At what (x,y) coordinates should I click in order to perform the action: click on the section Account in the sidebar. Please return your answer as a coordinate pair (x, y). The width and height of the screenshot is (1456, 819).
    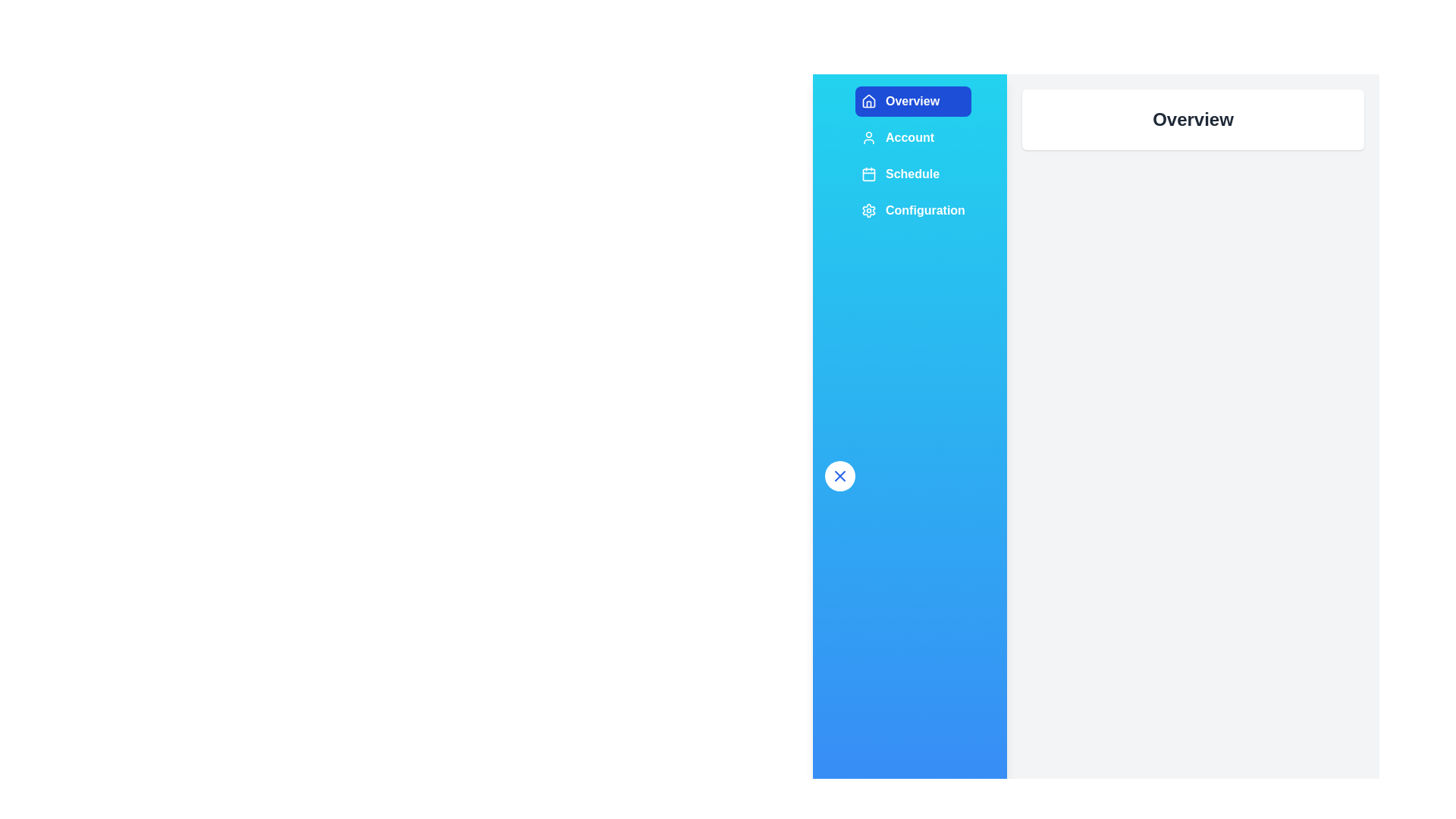
    Looking at the image, I should click on (912, 137).